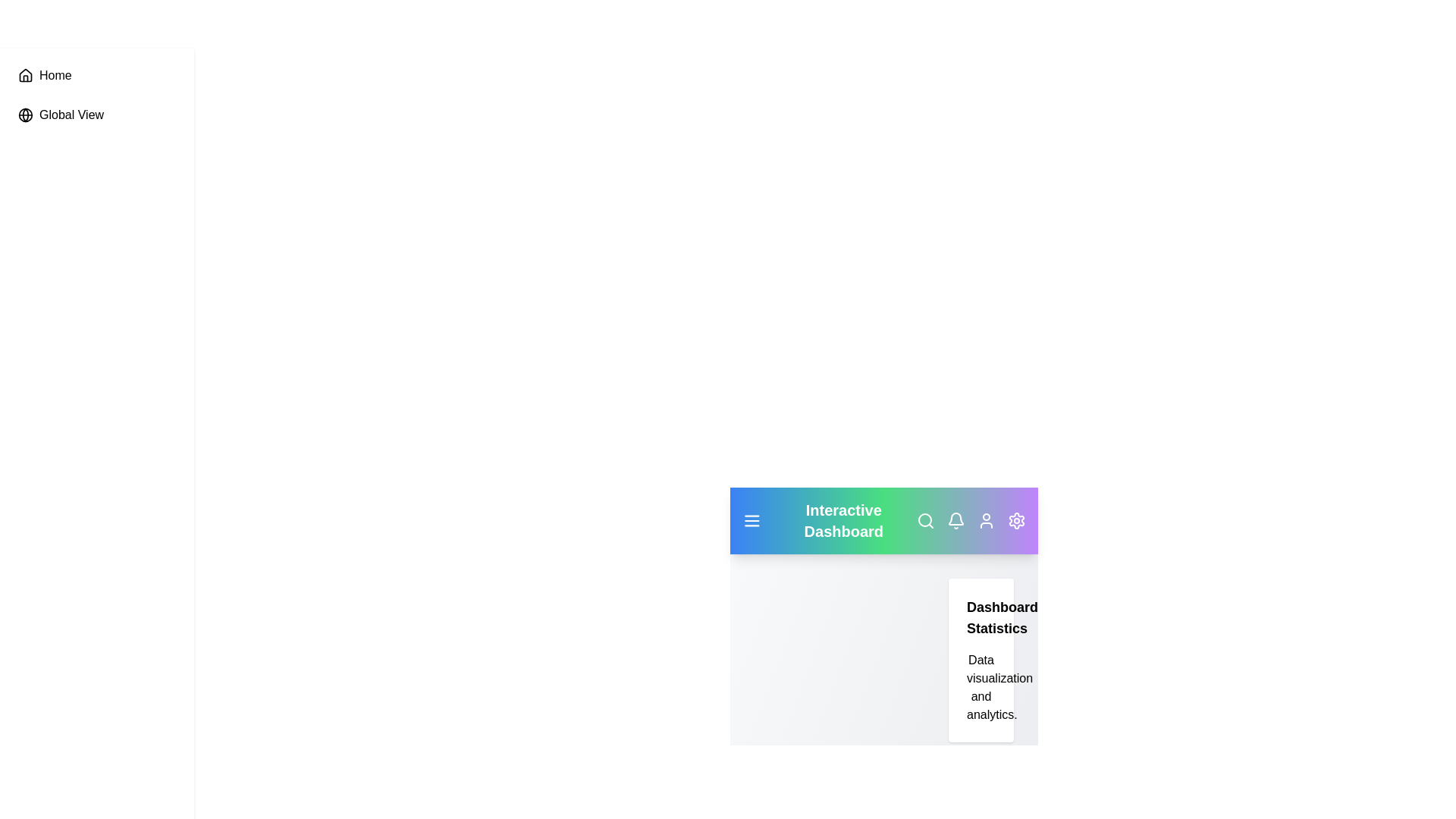 This screenshot has width=1456, height=819. What do you see at coordinates (96, 76) in the screenshot?
I see `the menu item Home` at bounding box center [96, 76].